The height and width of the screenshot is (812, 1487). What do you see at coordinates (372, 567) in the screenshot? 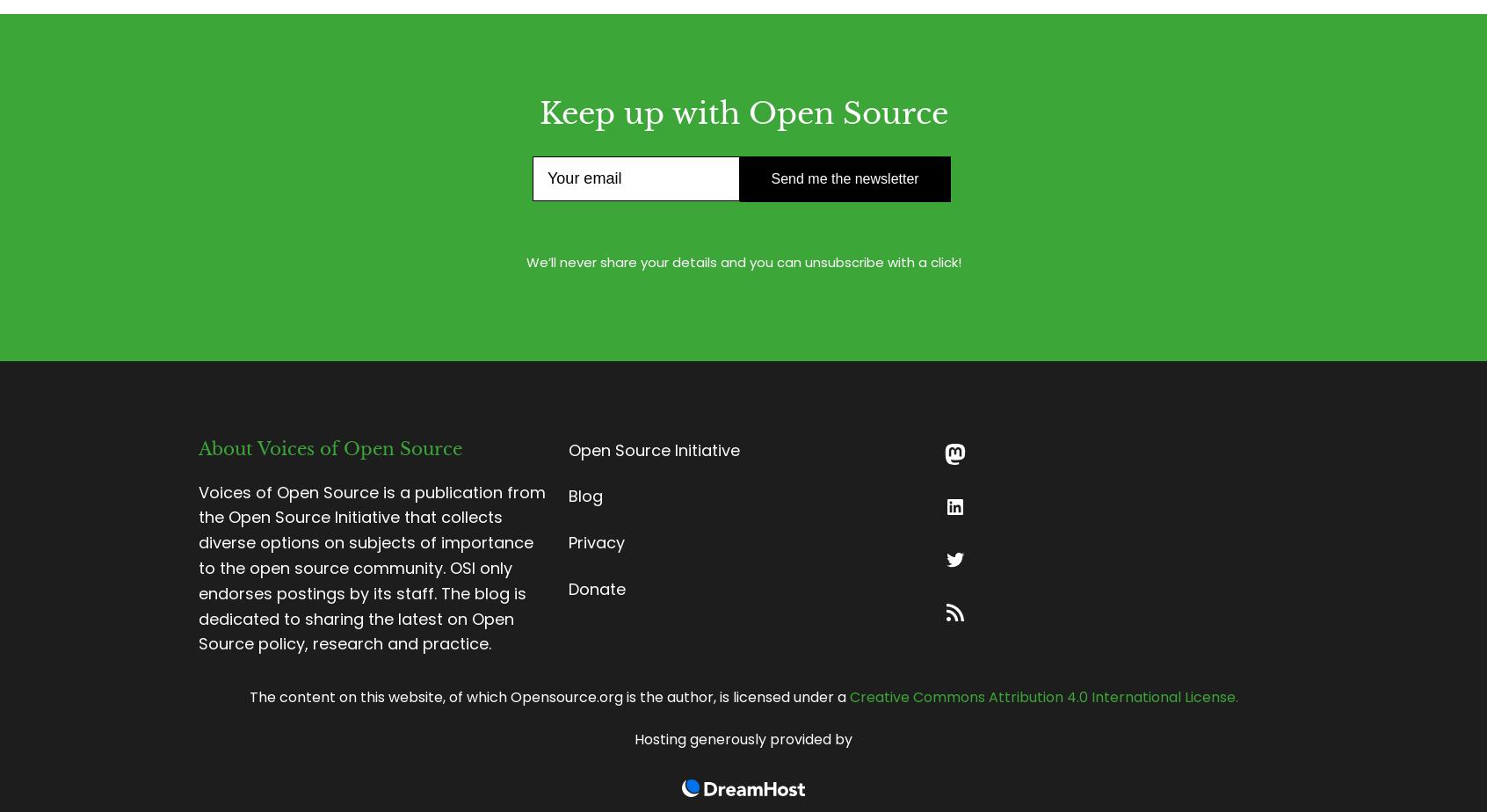
I see `'Voices of Open Source is a publication from the Open Source Initiative that collects diverse options on subjects of importance to the open source community. OSI only endorses postings by its staff. The blog is dedicated to sharing the latest on Open Source policy, research and practice.'` at bounding box center [372, 567].